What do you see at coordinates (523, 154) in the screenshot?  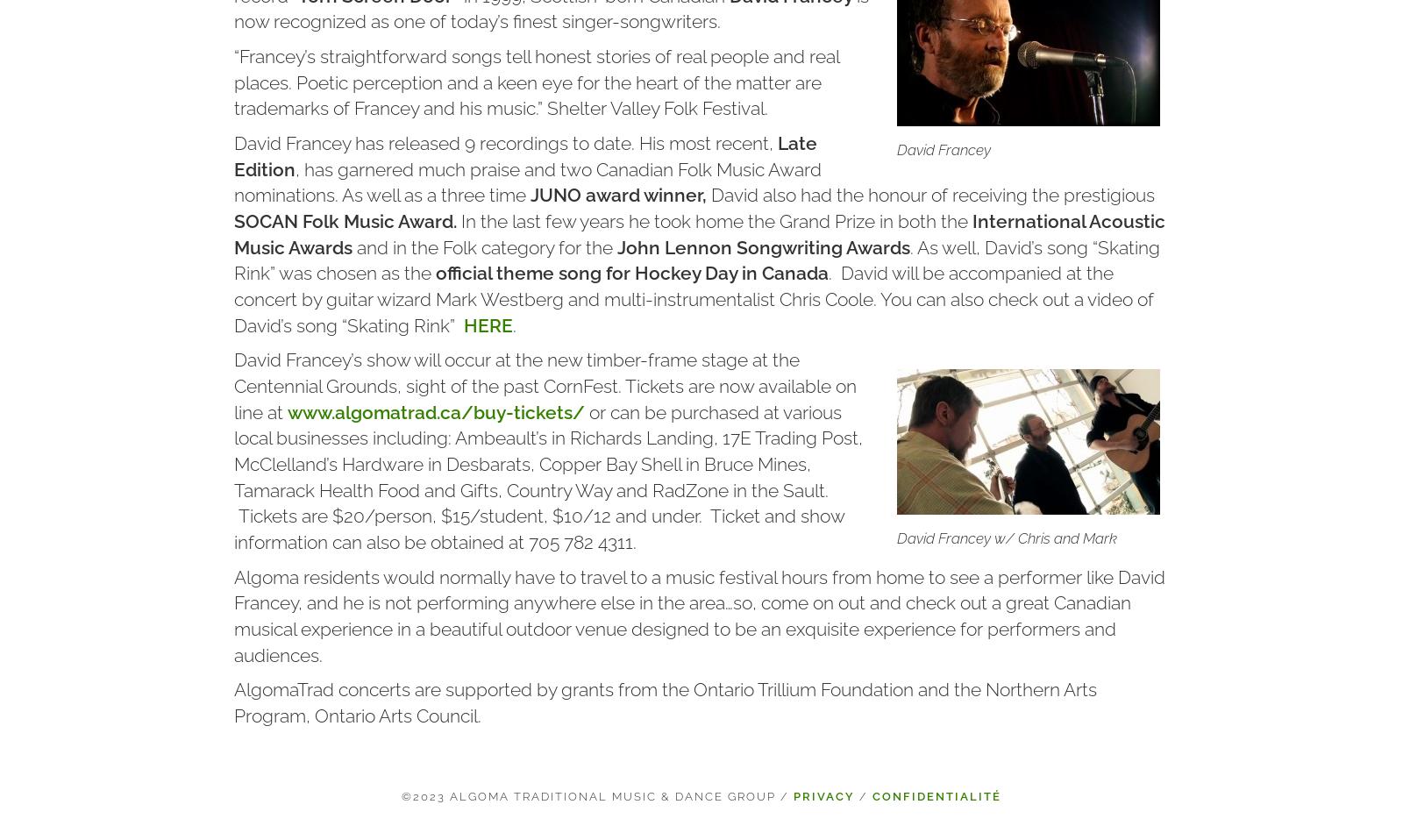 I see `'Late Edition'` at bounding box center [523, 154].